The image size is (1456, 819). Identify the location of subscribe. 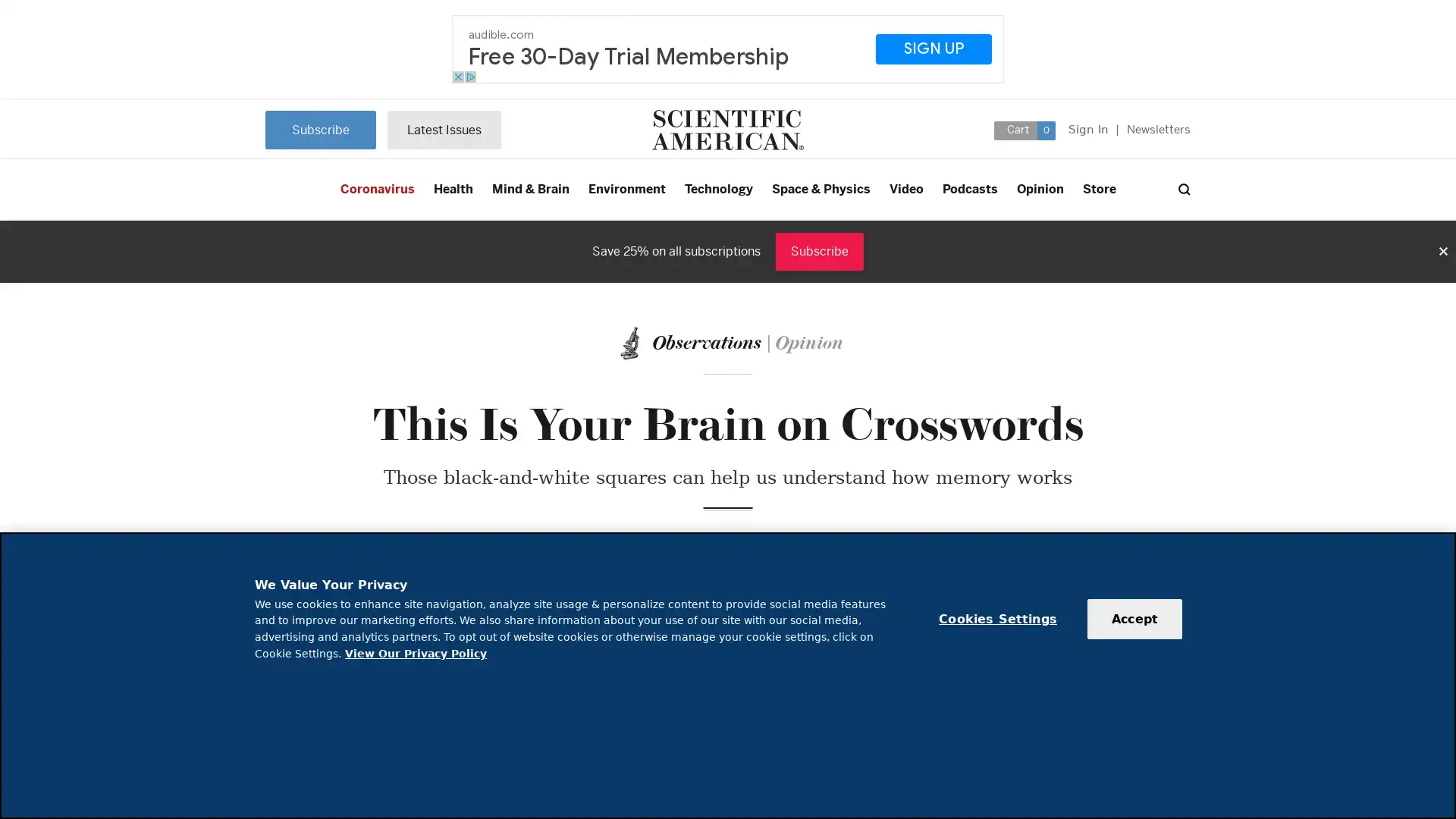
(443, 128).